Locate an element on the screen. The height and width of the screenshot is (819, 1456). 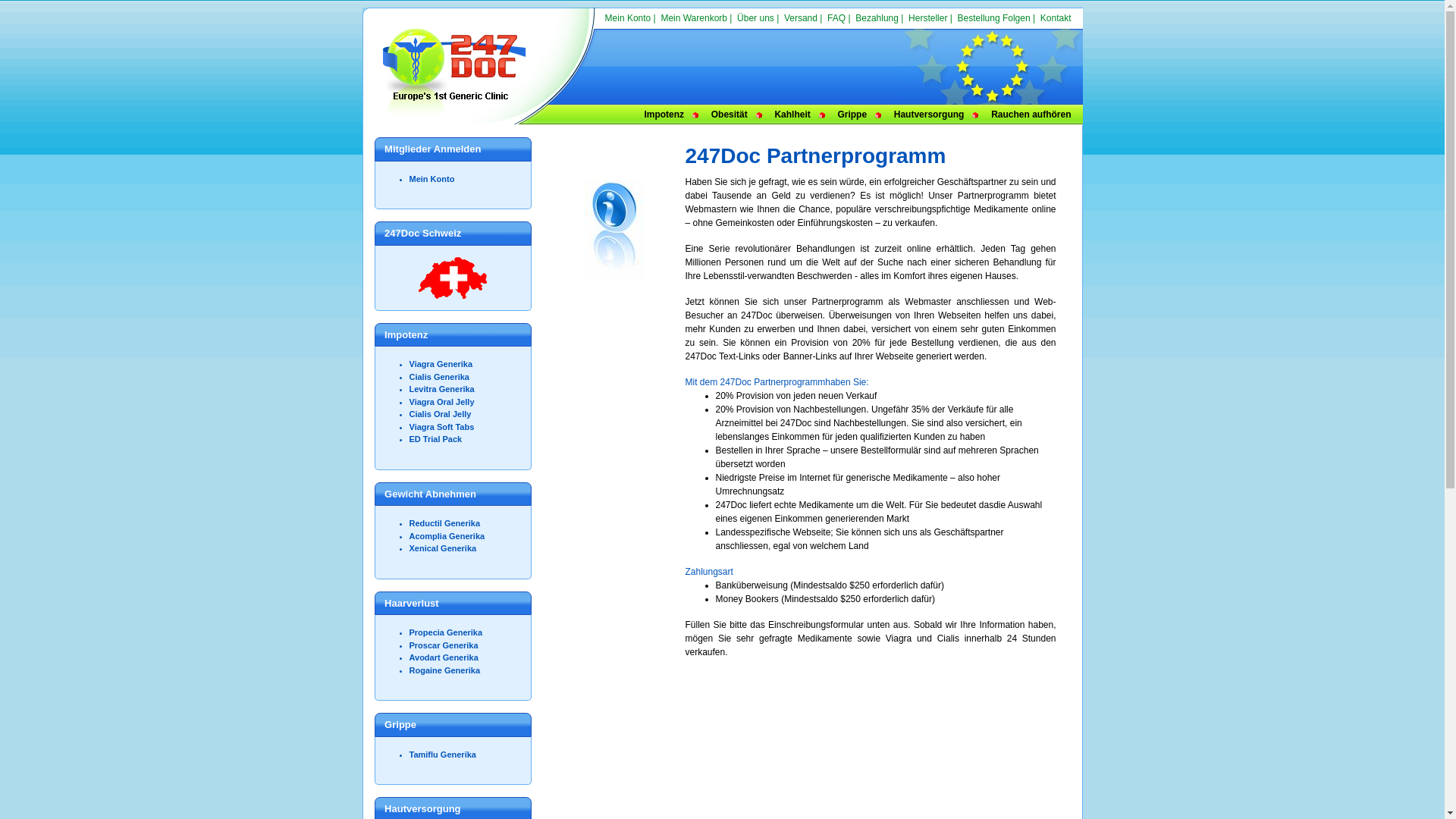
'Cialis Oral Jelly' is located at coordinates (439, 414).